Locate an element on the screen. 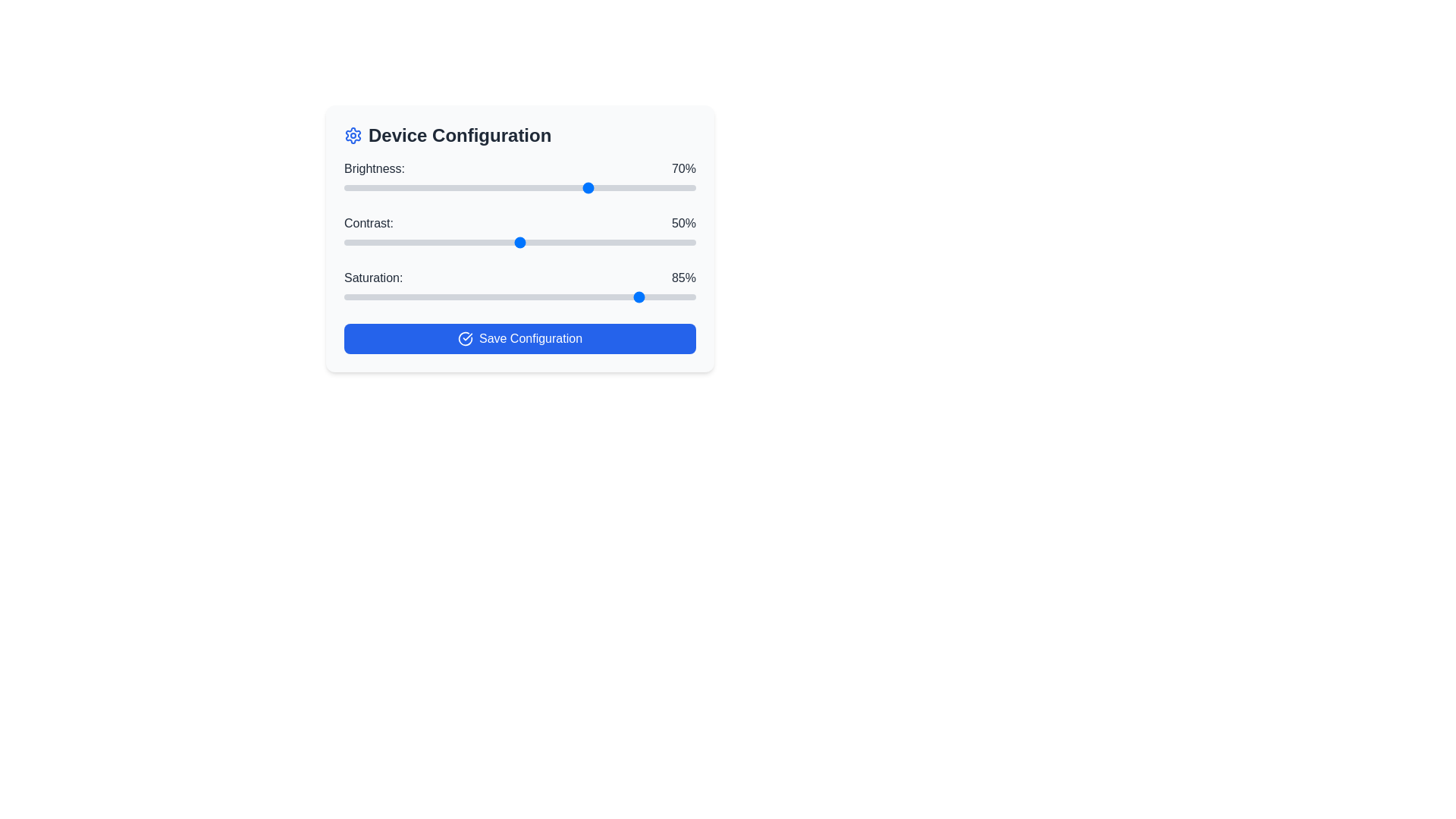  the third slider in the 'Device Configuration' card, which adjusts the saturation level and is currently set to '85%' is located at coordinates (520, 287).